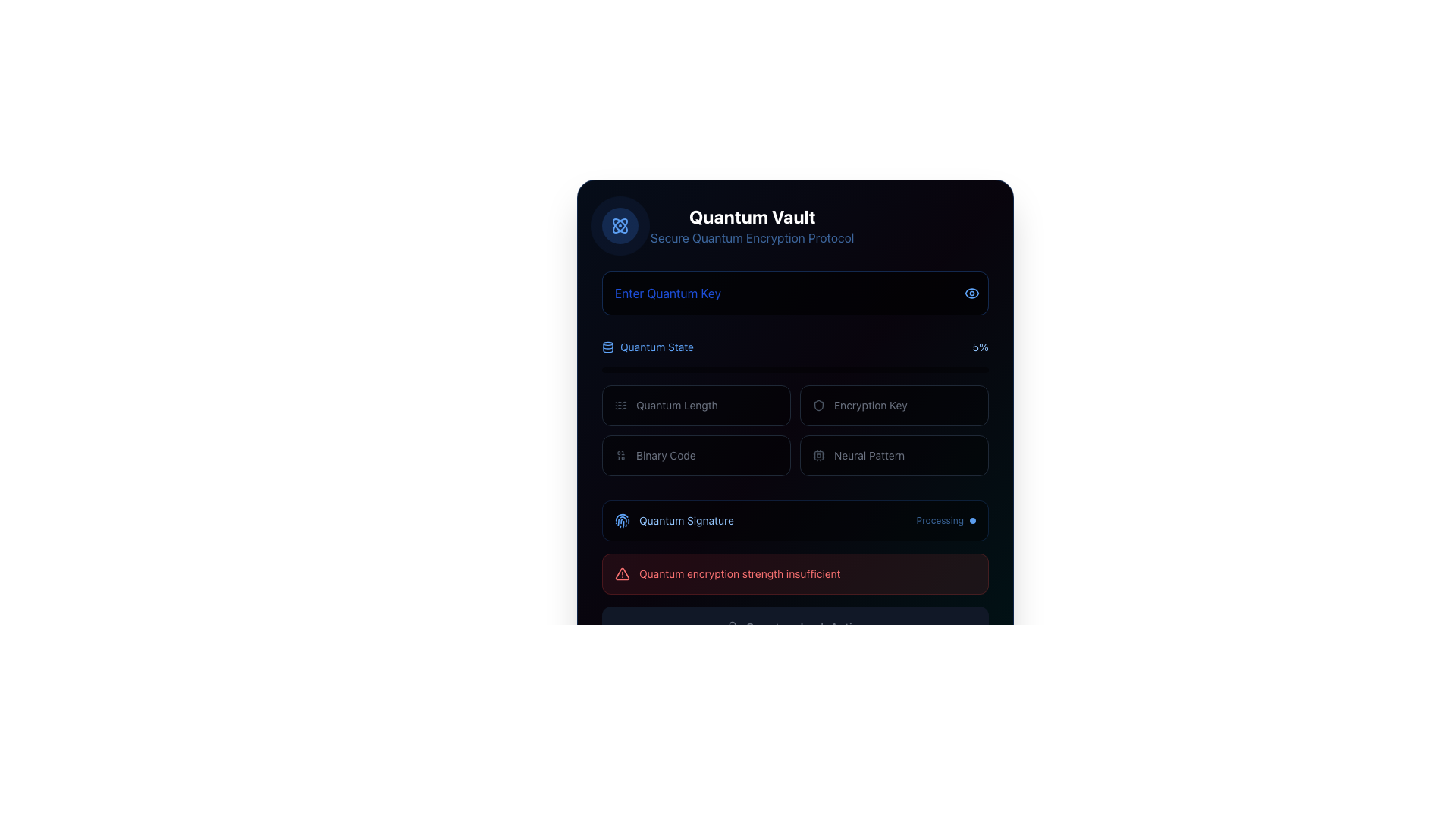  I want to click on the static text header displaying 'Quantum Vault', which is bold and large in white color, positioned prominently at the top of the UI, so click(752, 216).